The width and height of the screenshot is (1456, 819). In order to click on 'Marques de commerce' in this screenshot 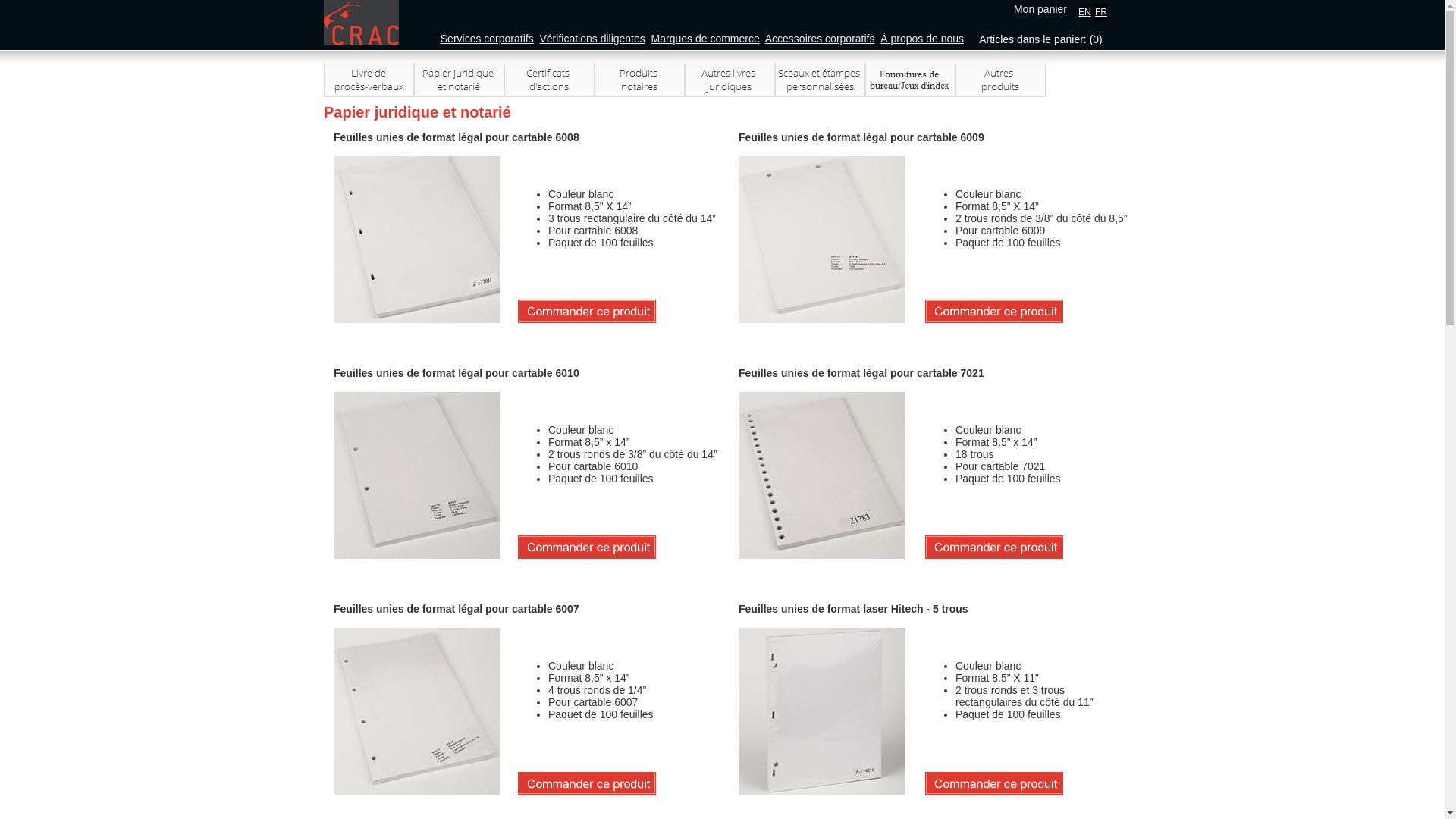, I will do `click(651, 37)`.